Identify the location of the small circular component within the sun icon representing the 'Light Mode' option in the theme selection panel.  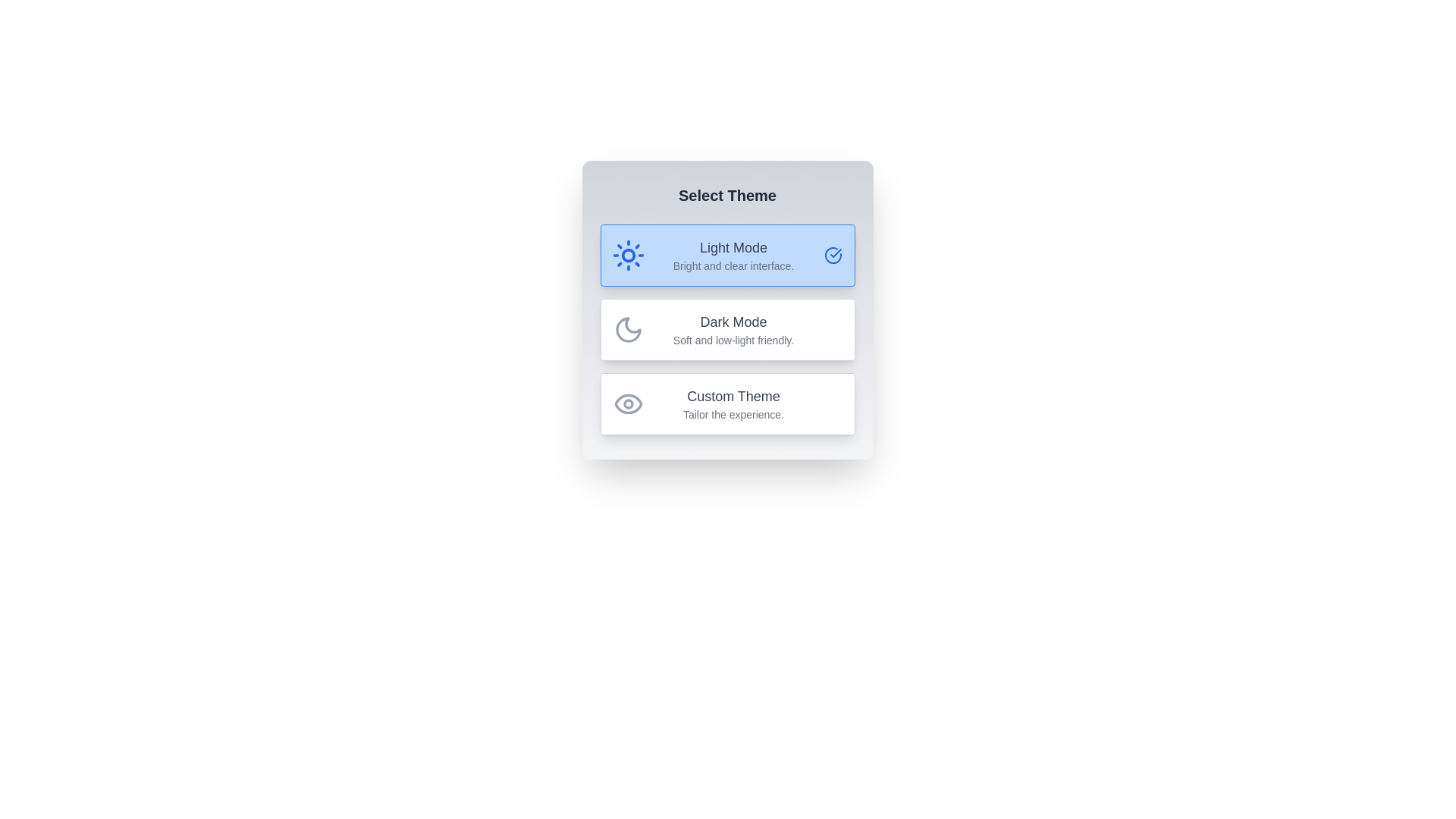
(628, 254).